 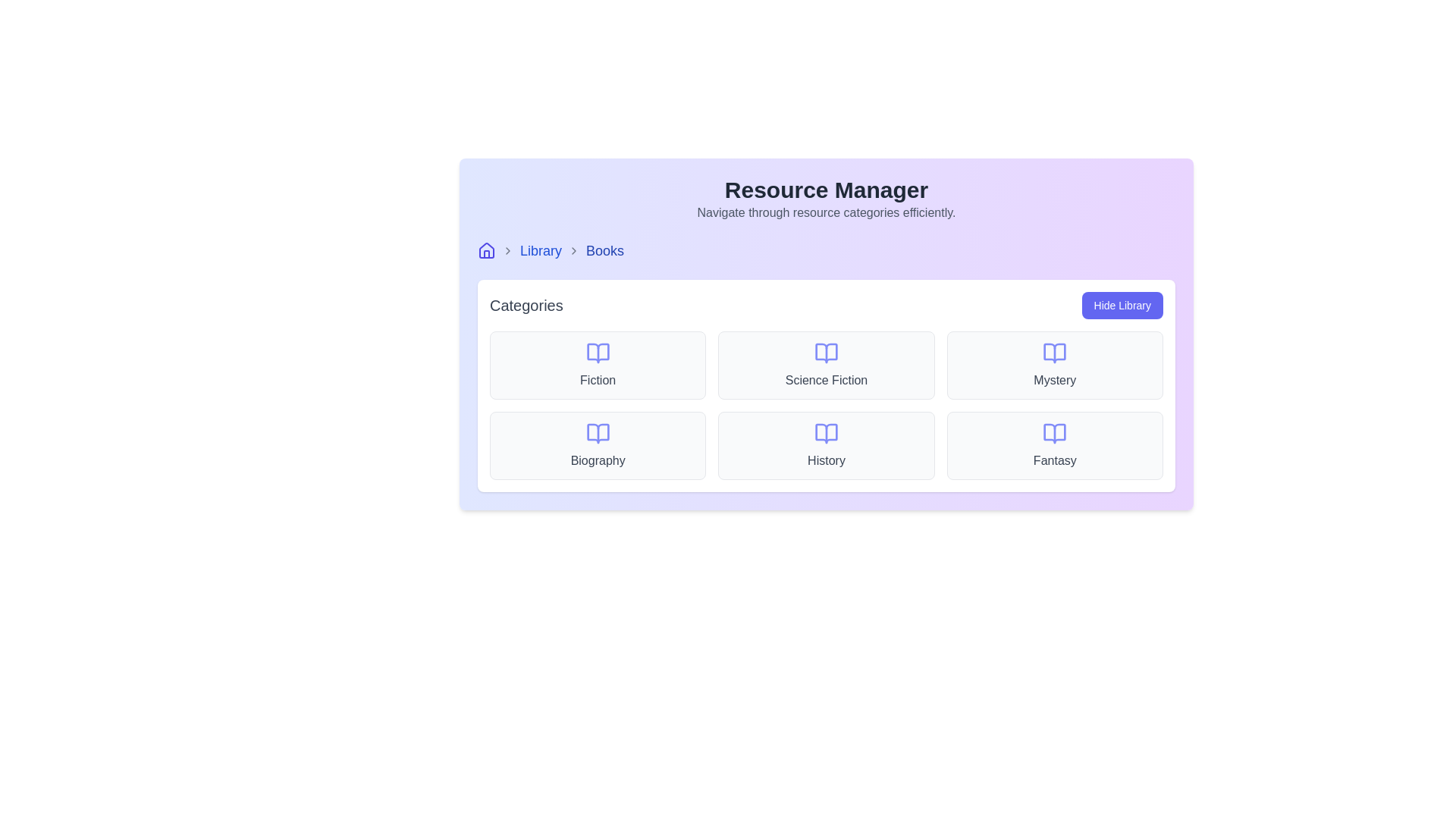 What do you see at coordinates (597, 353) in the screenshot?
I see `the open book icon representing the 'Fiction' category in the top-left cell of the category card grid` at bounding box center [597, 353].